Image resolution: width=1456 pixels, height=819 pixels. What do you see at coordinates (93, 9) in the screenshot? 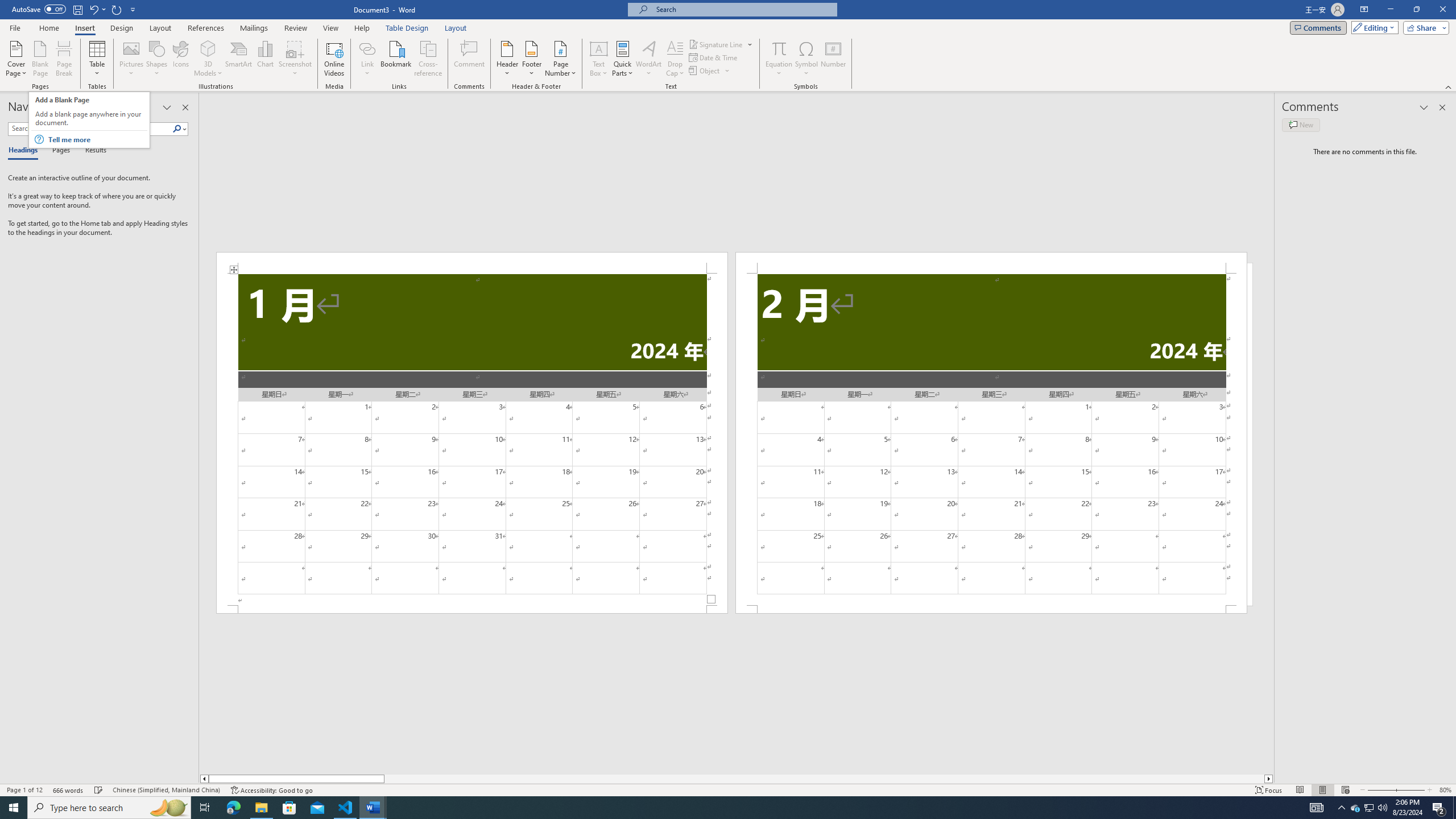
I see `'Undo Increase Indent'` at bounding box center [93, 9].